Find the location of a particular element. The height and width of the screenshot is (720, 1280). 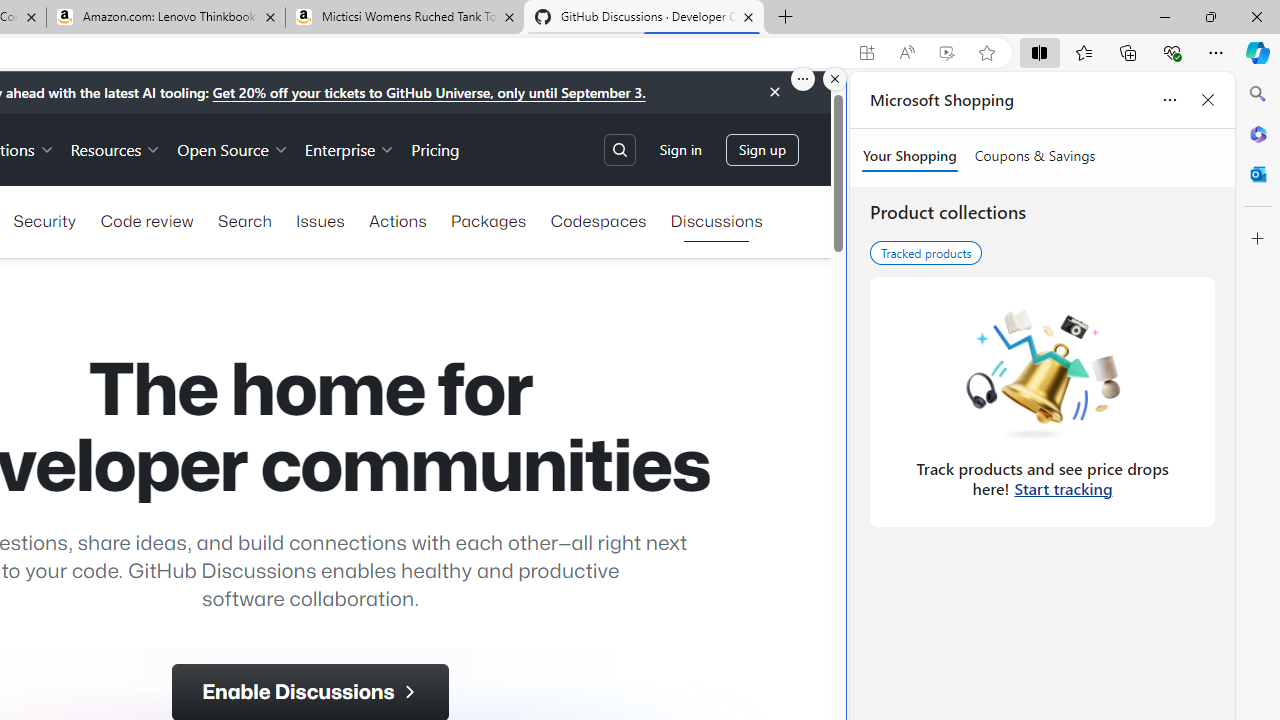

'Security' is located at coordinates (44, 221).